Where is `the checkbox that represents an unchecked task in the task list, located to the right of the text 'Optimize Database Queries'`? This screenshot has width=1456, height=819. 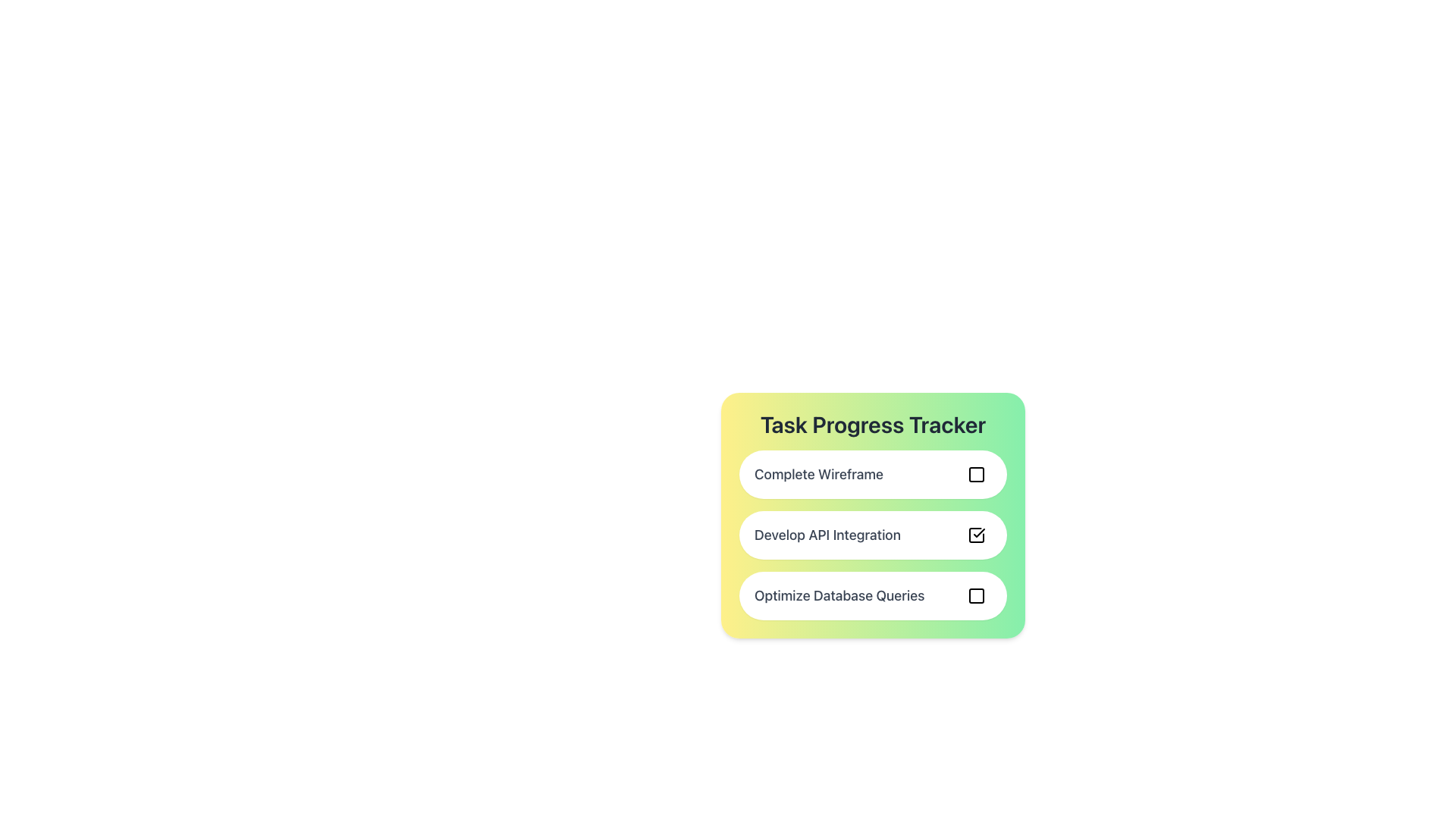 the checkbox that represents an unchecked task in the task list, located to the right of the text 'Optimize Database Queries' is located at coordinates (976, 595).